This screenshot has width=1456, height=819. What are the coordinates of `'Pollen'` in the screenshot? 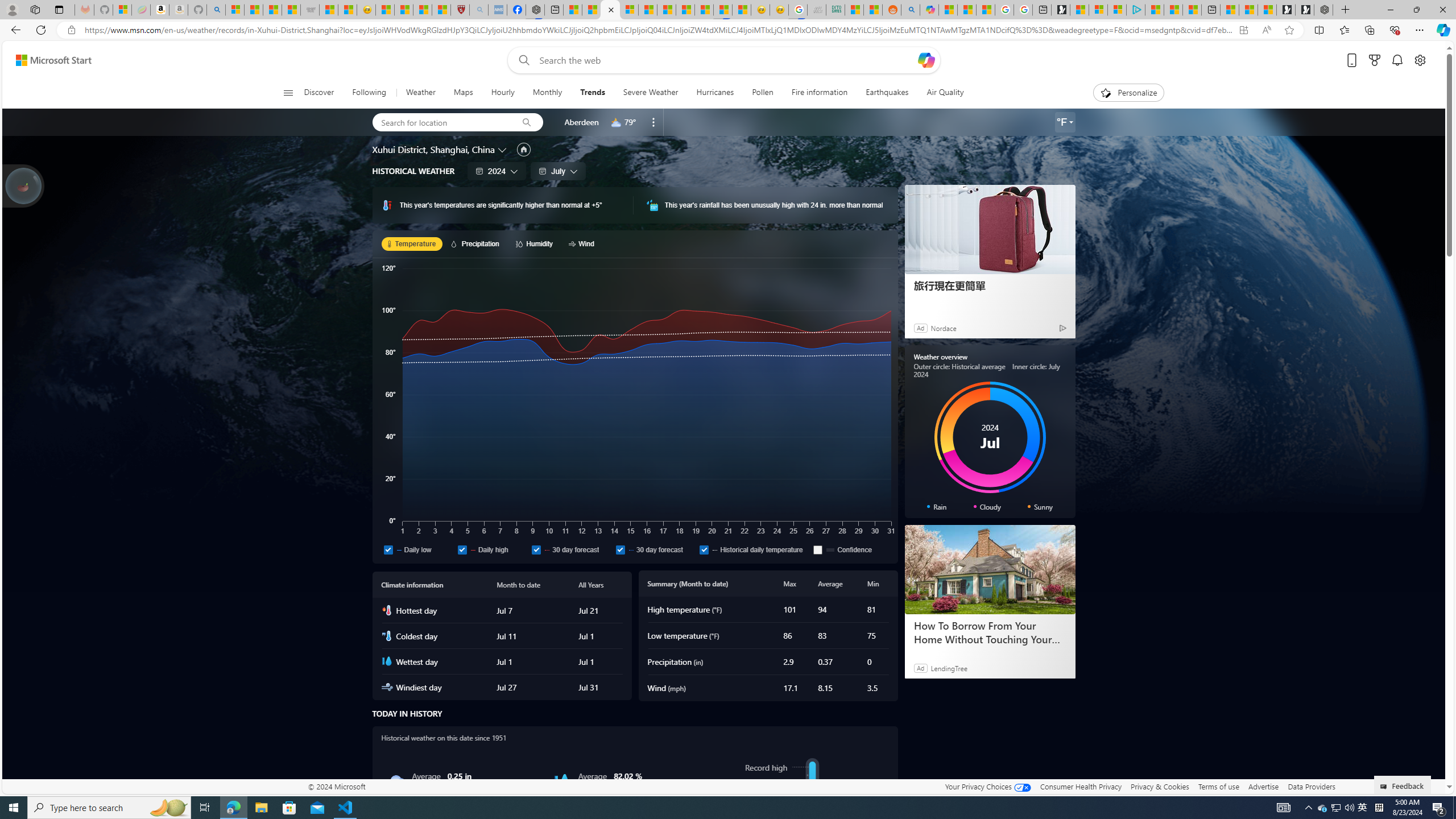 It's located at (763, 92).